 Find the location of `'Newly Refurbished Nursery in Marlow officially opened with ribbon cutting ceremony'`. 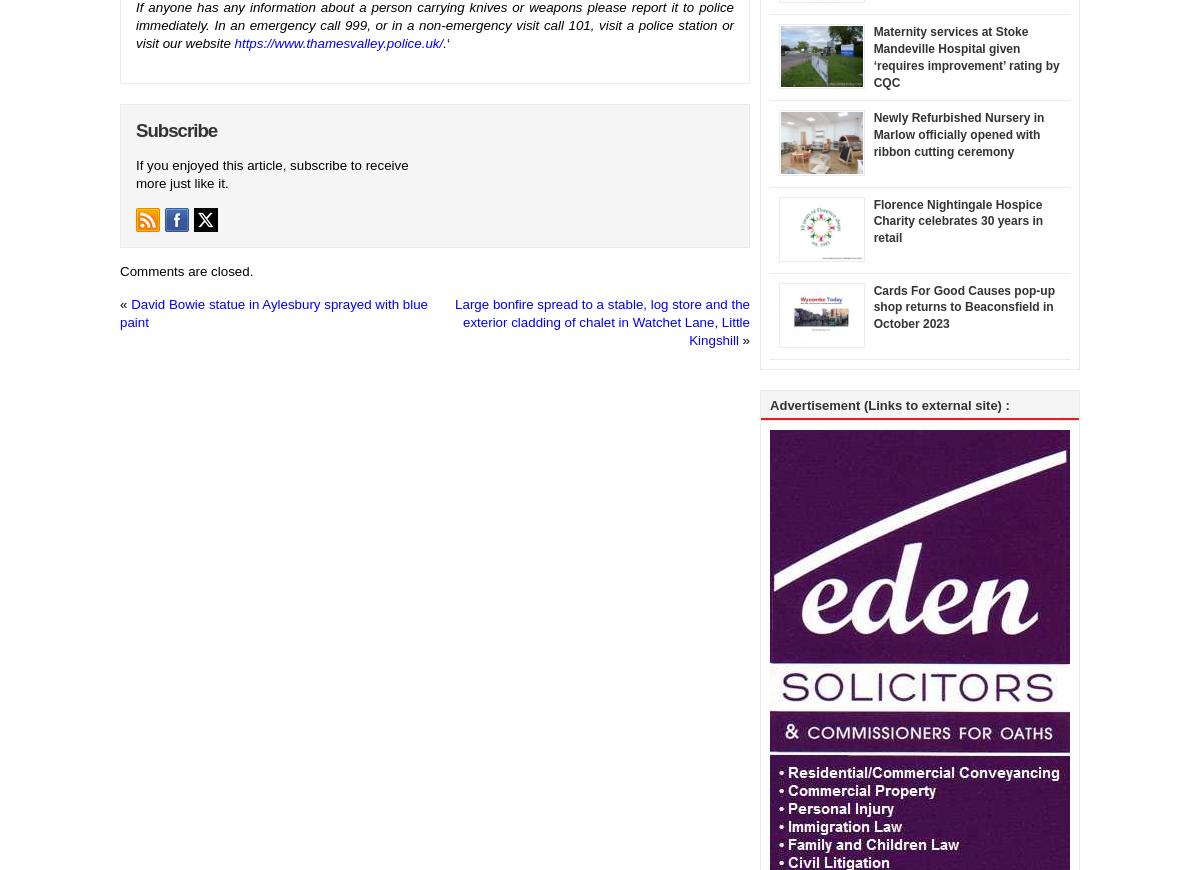

'Newly Refurbished Nursery in Marlow officially opened with ribbon cutting ceremony' is located at coordinates (958, 133).